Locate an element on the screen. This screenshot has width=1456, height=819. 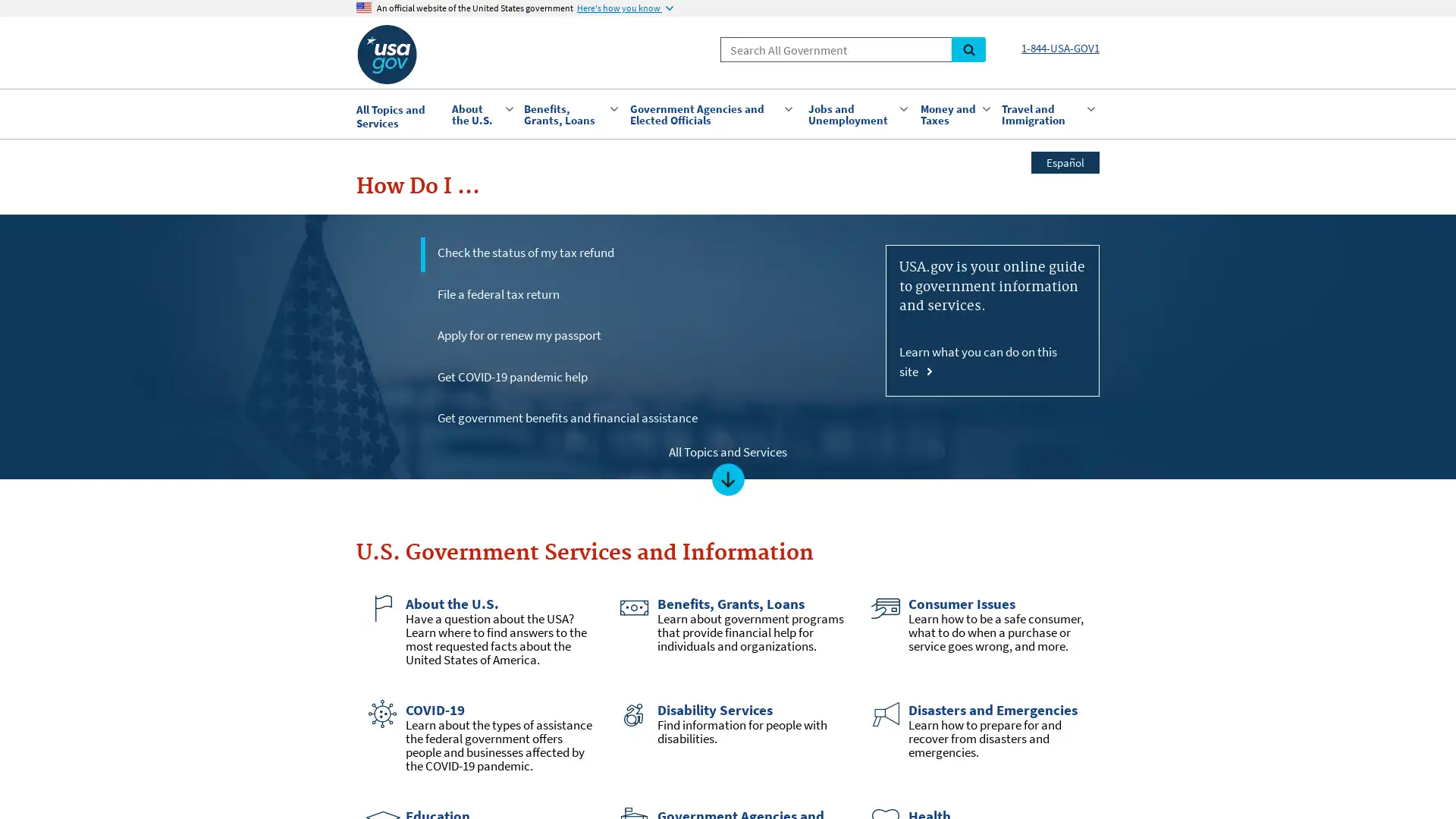
Money and Taxes is located at coordinates (952, 113).